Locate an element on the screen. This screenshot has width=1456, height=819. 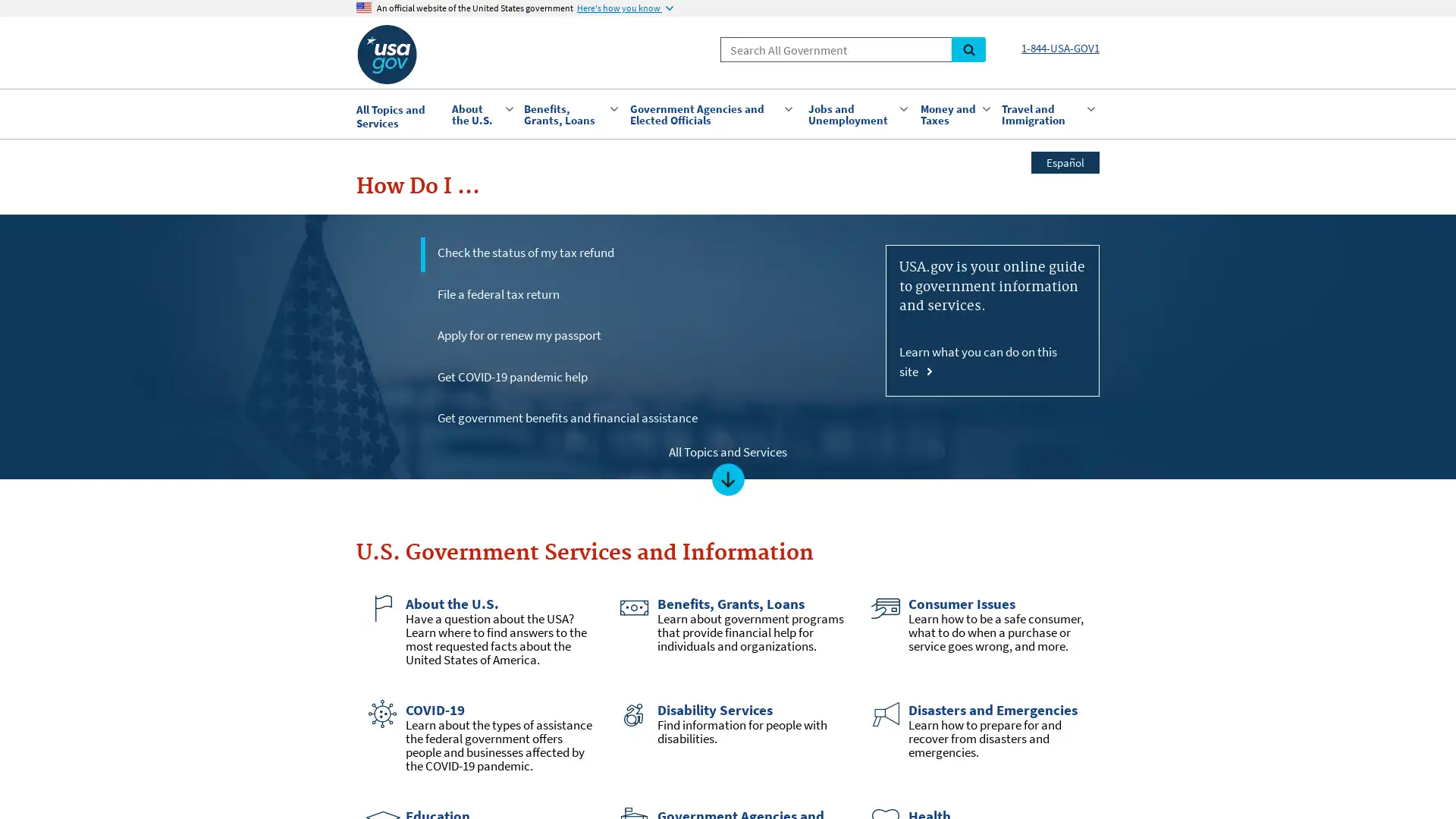
Money and Taxes is located at coordinates (952, 113).